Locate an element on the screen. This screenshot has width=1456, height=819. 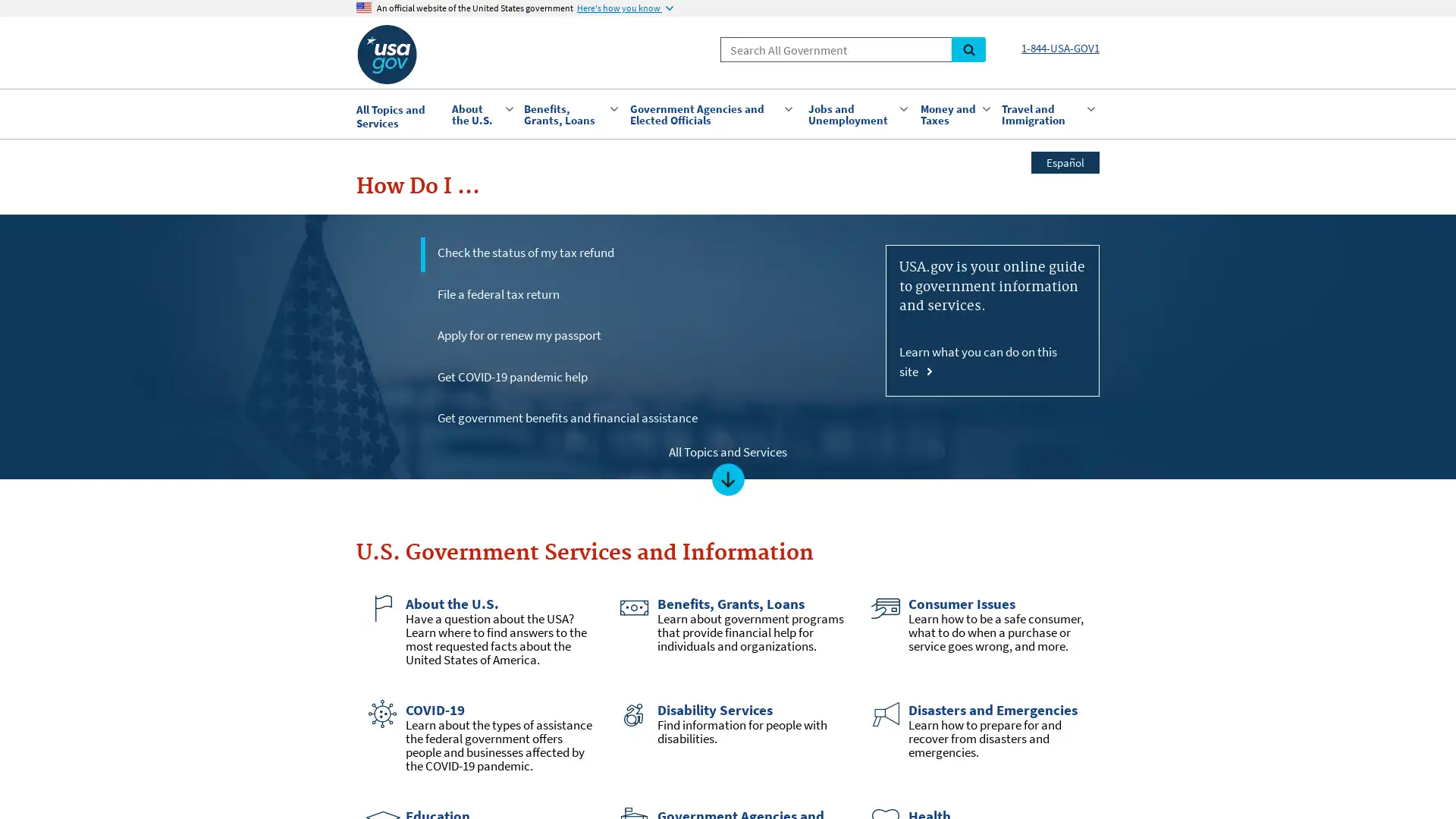
Money and Taxes is located at coordinates (952, 113).